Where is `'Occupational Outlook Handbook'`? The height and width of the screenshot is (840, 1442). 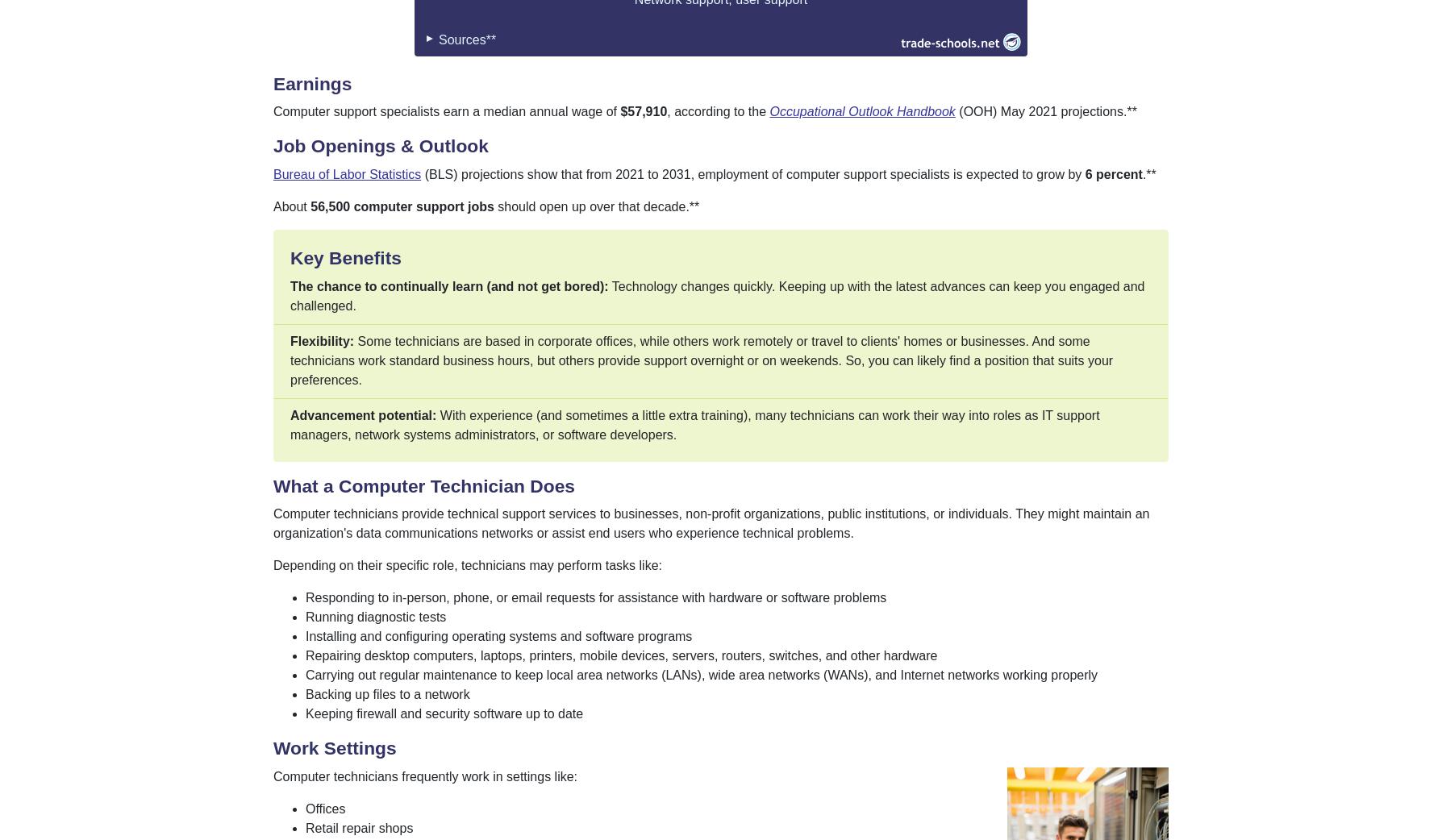
'Occupational Outlook Handbook' is located at coordinates (862, 111).